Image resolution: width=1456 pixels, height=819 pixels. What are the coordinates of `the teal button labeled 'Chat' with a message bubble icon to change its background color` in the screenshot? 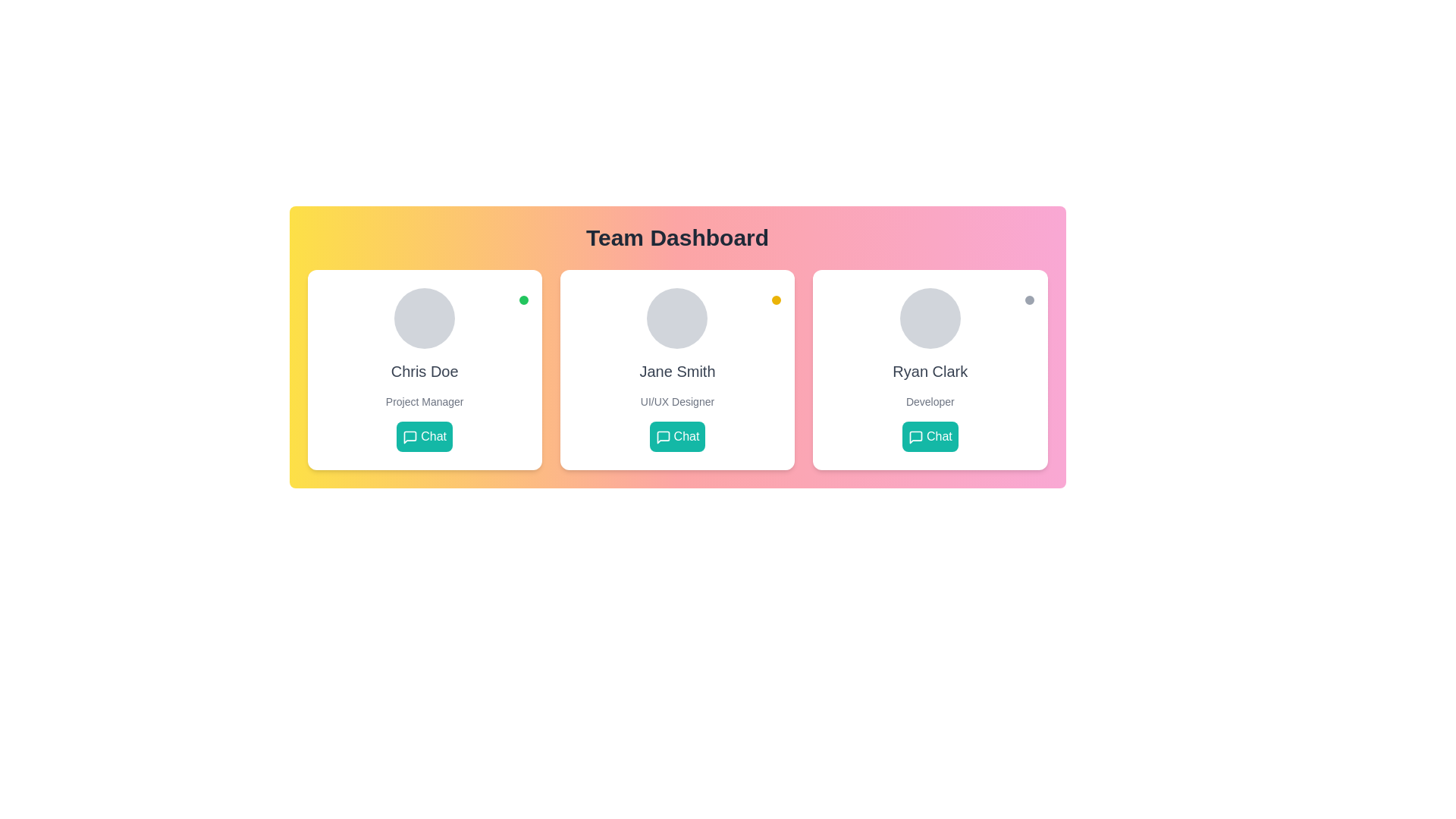 It's located at (929, 436).